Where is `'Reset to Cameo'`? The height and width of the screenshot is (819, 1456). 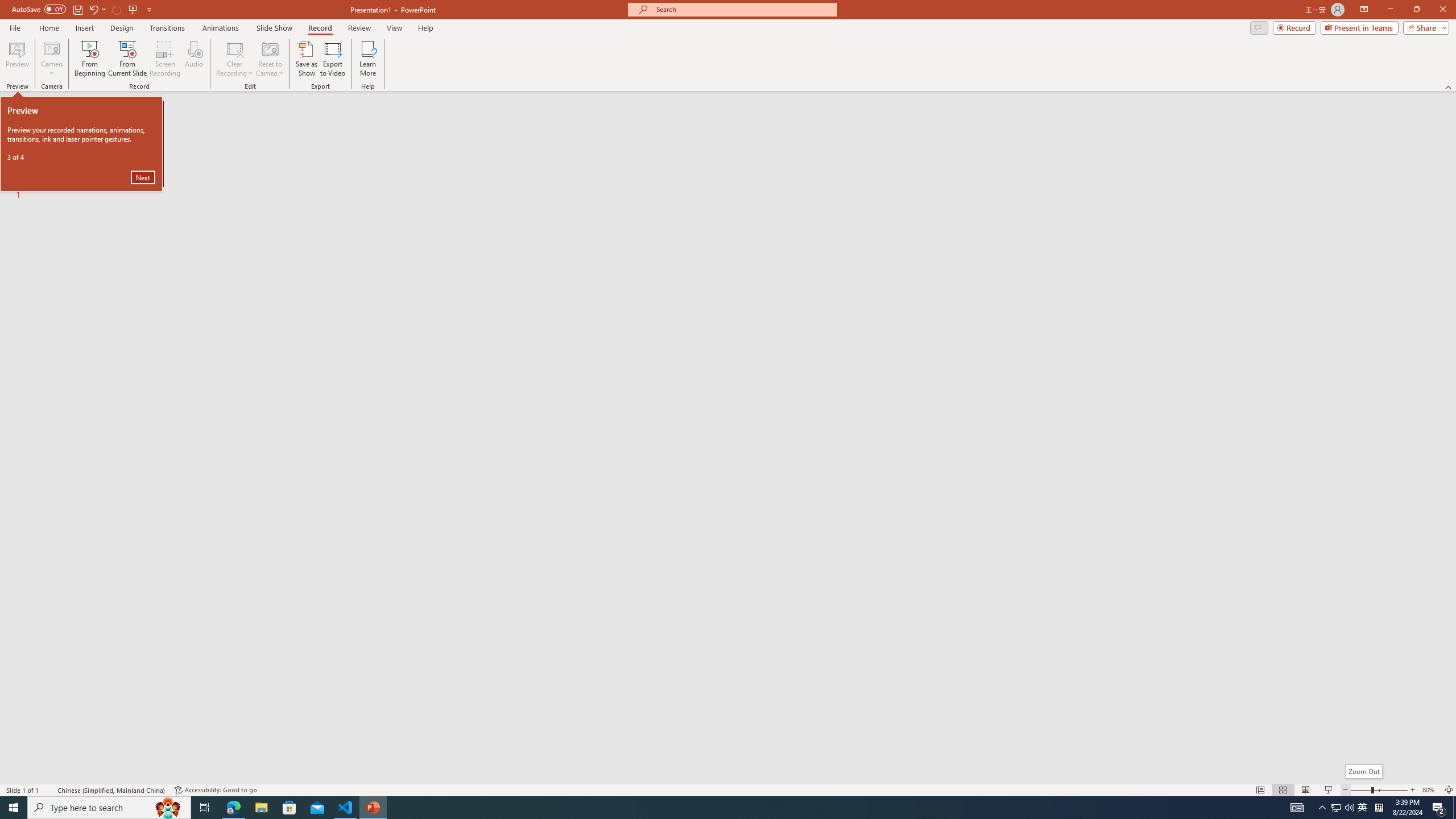 'Reset to Cameo' is located at coordinates (269, 59).